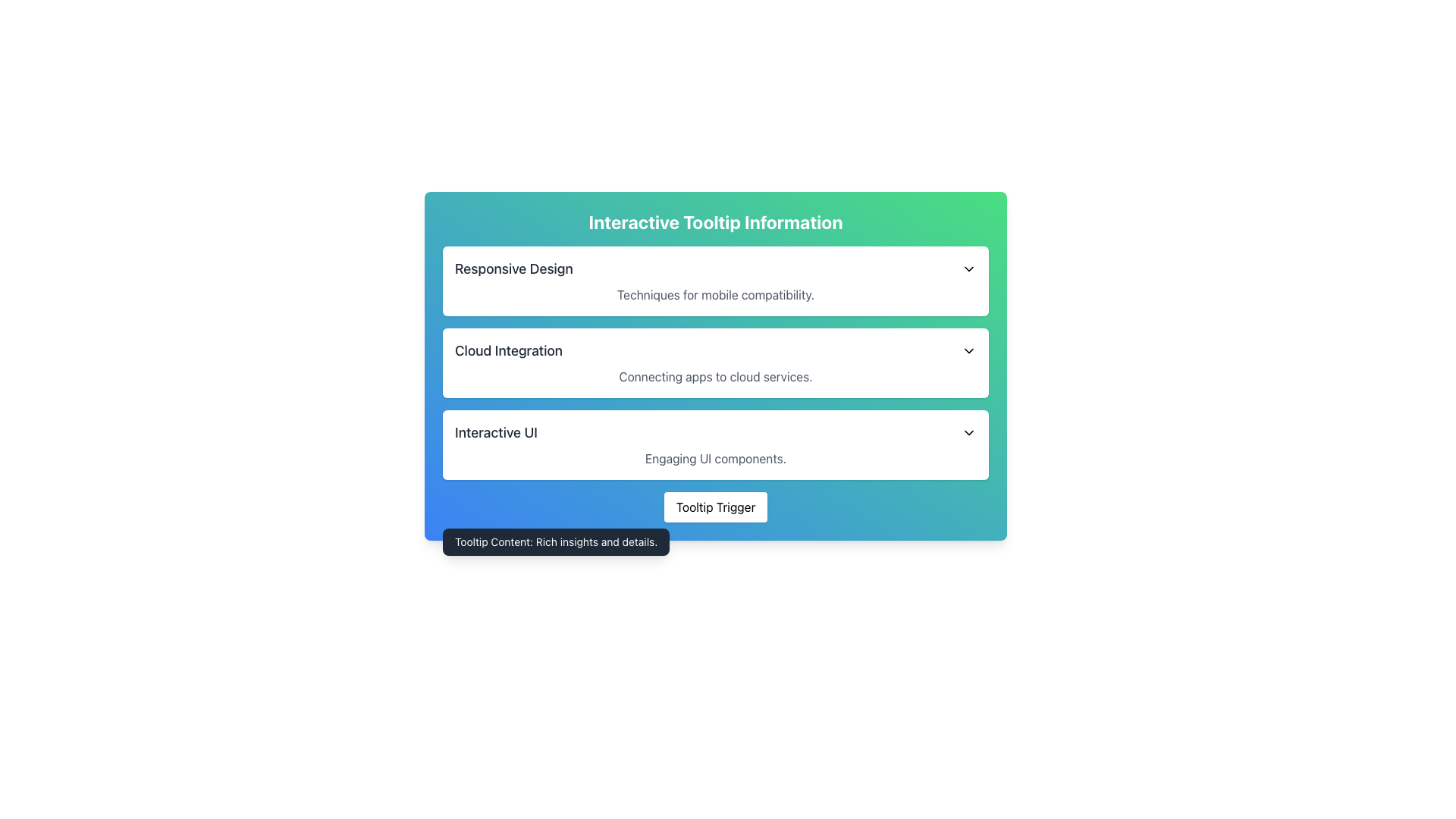 The image size is (1456, 819). What do you see at coordinates (968, 432) in the screenshot?
I see `the downward-facing chevron icon located to the right of the 'Interactive UI' label` at bounding box center [968, 432].